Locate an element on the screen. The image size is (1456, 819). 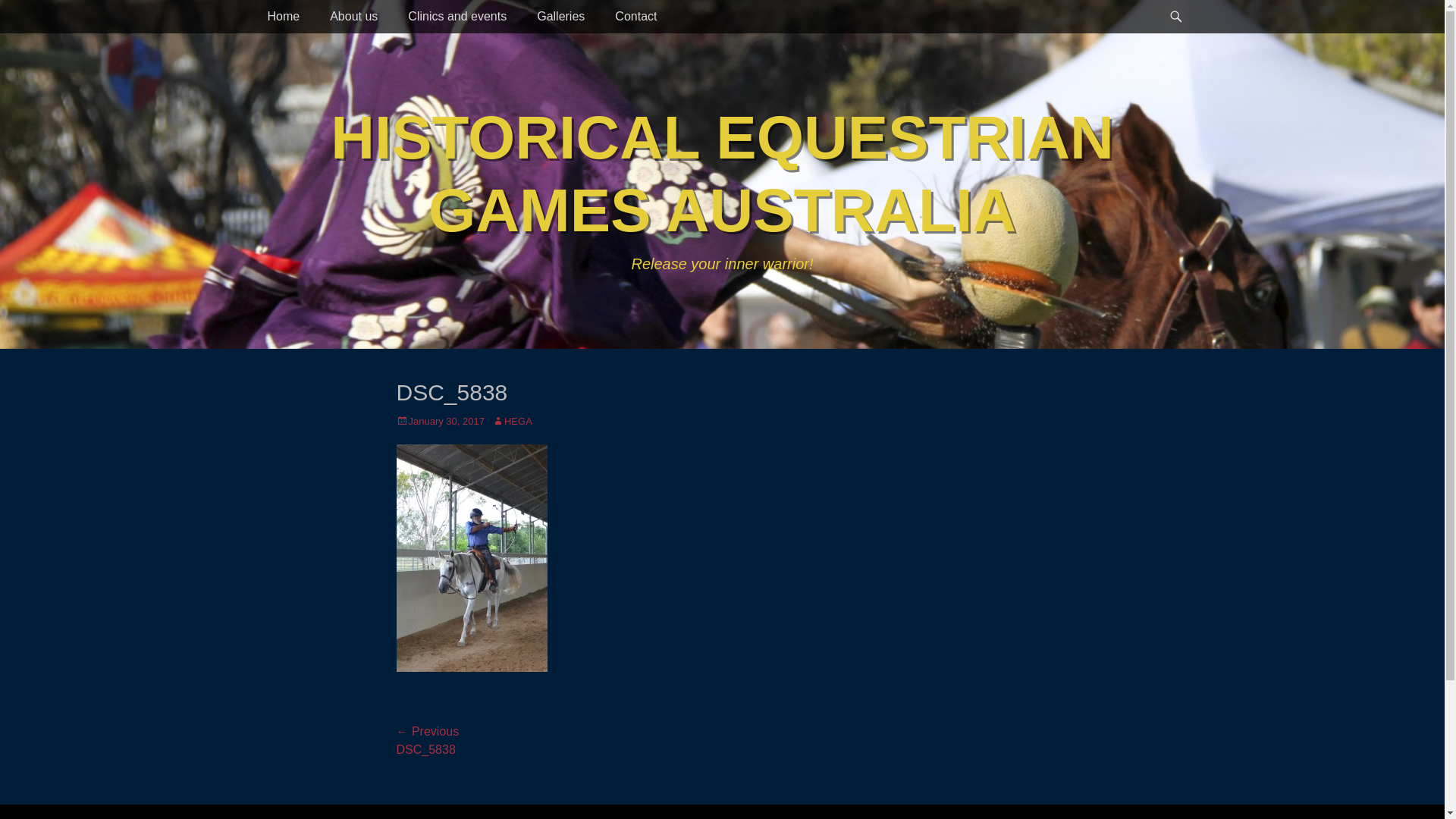
'Galleries' is located at coordinates (560, 17).